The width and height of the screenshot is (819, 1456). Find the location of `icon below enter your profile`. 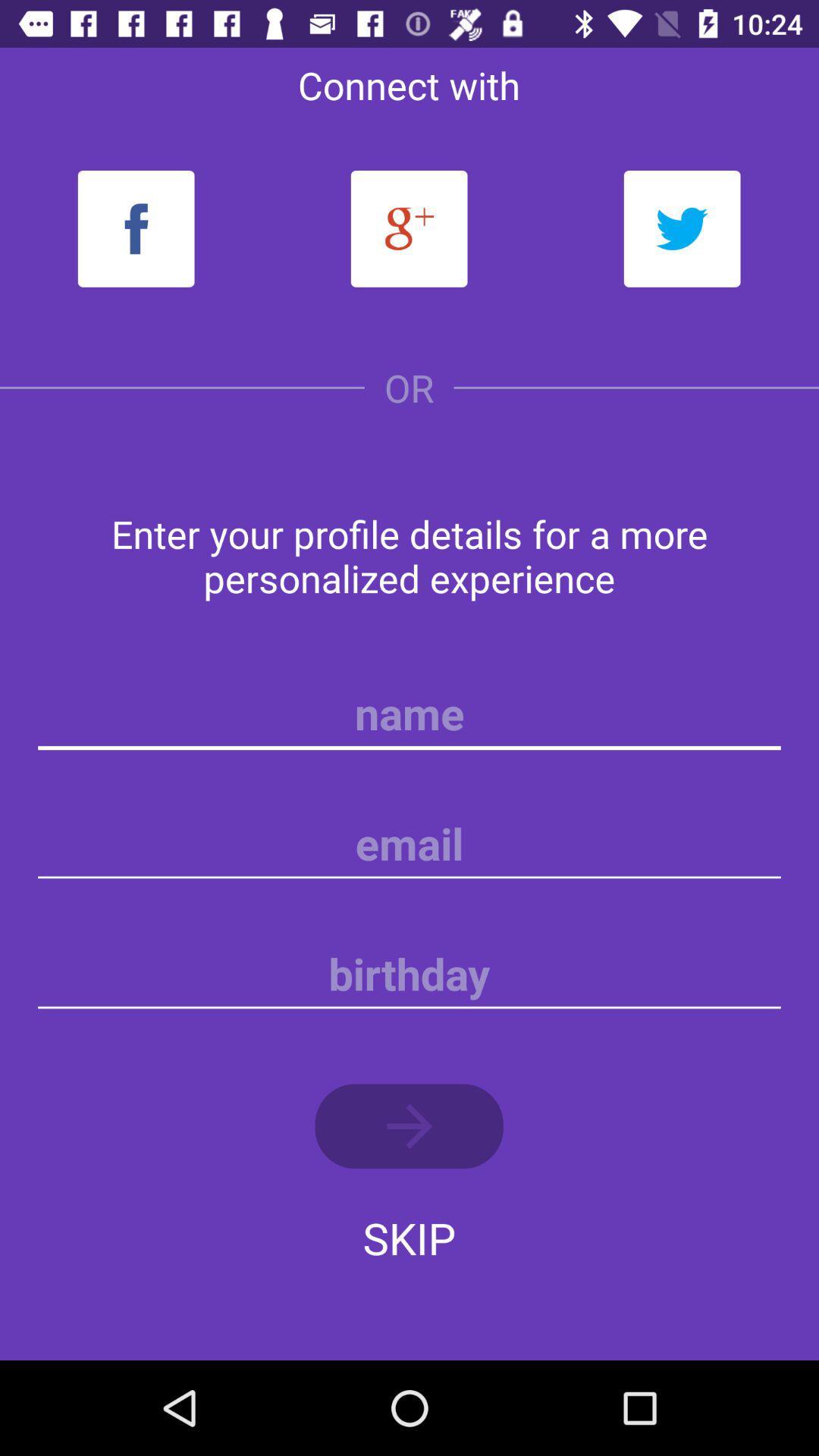

icon below enter your profile is located at coordinates (409, 713).